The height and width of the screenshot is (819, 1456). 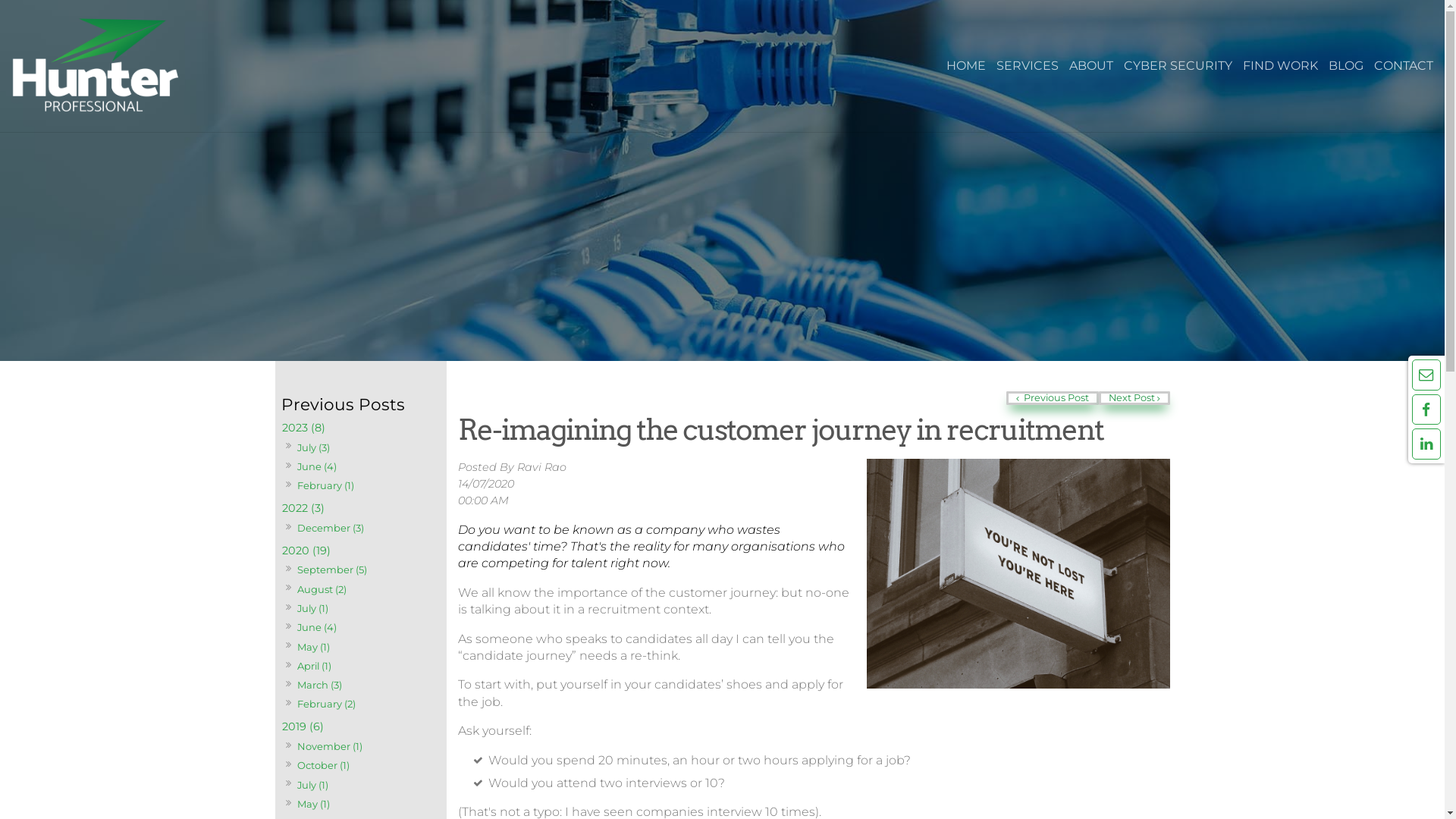 I want to click on 'CYBER SECURITY', so click(x=1177, y=65).